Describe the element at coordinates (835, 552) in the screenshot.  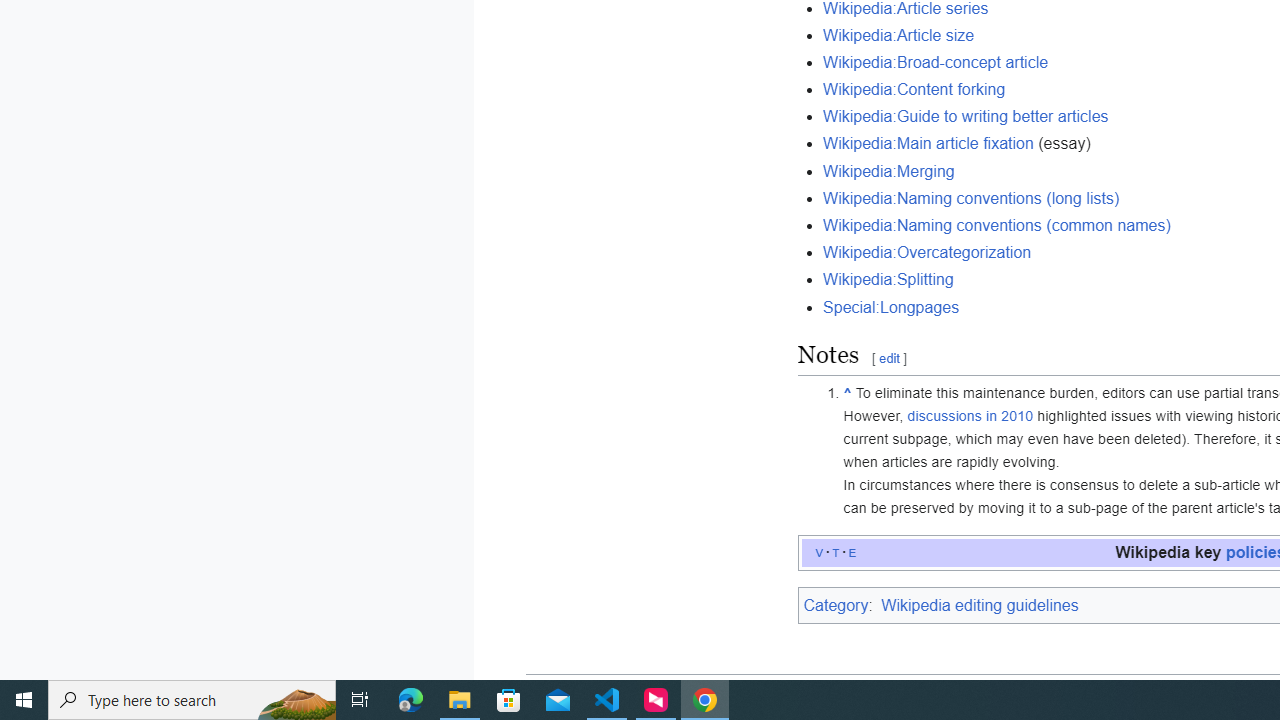
I see `'t'` at that location.